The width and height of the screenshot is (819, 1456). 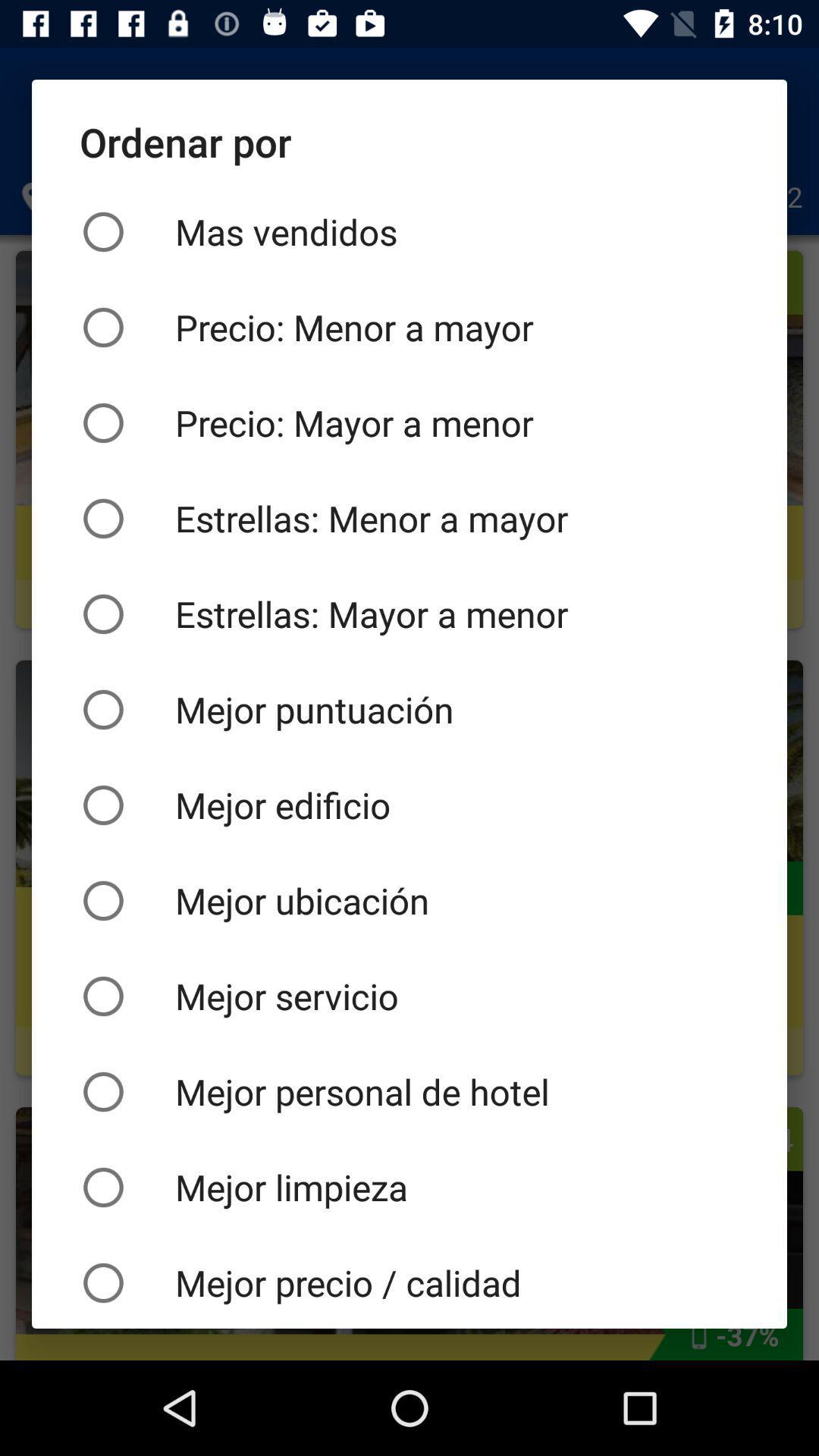 What do you see at coordinates (409, 1281) in the screenshot?
I see `icon below the mejor limpieza item` at bounding box center [409, 1281].